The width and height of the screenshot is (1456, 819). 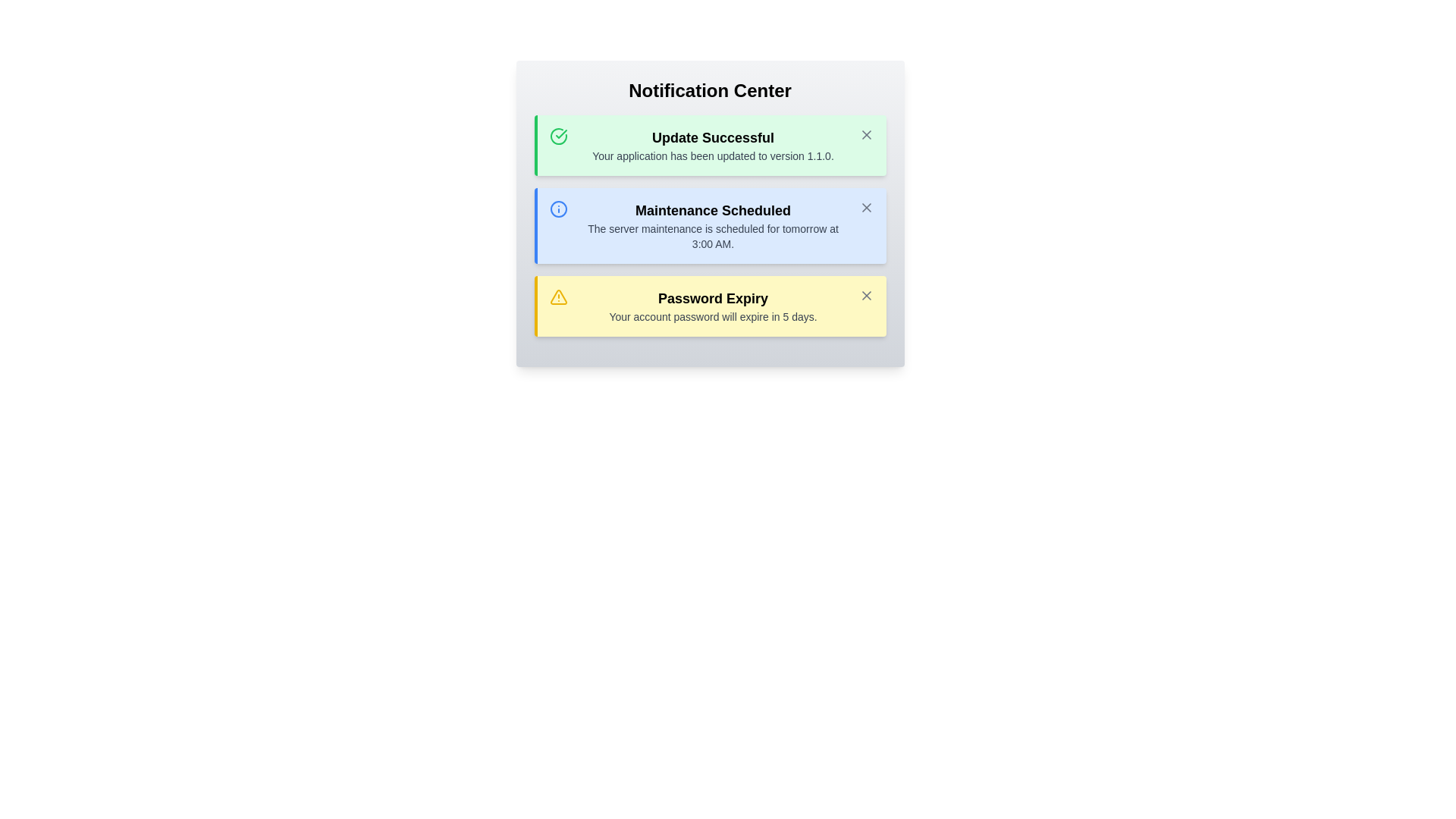 What do you see at coordinates (712, 298) in the screenshot?
I see `the title text label of the warning notification regarding password expiry status, which is located at the top of the yellow notification card in the notification center` at bounding box center [712, 298].